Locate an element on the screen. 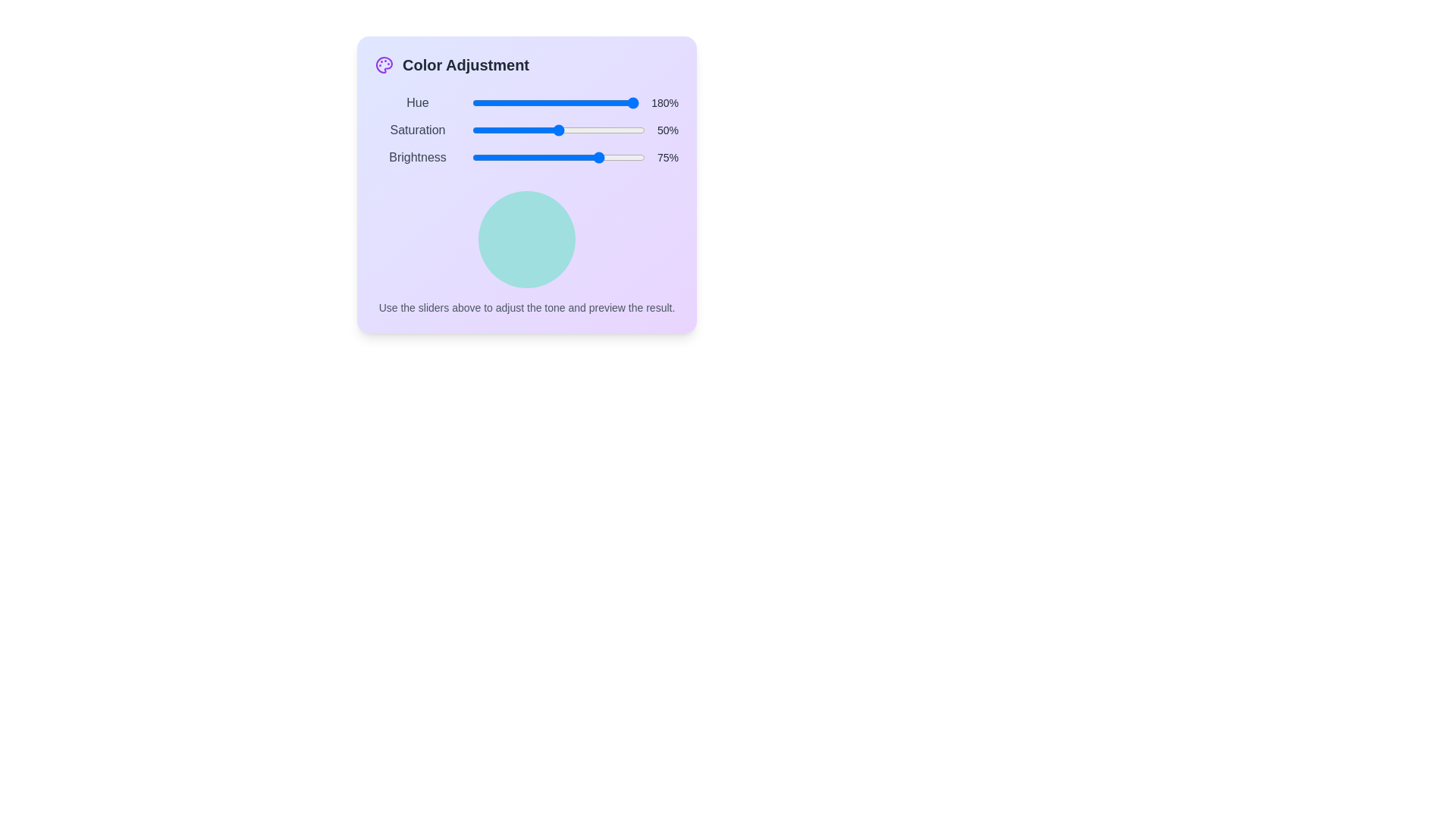 This screenshot has width=1456, height=819. the 0 slider to 2% to observe the resulting color in the preview circle is located at coordinates (475, 102).